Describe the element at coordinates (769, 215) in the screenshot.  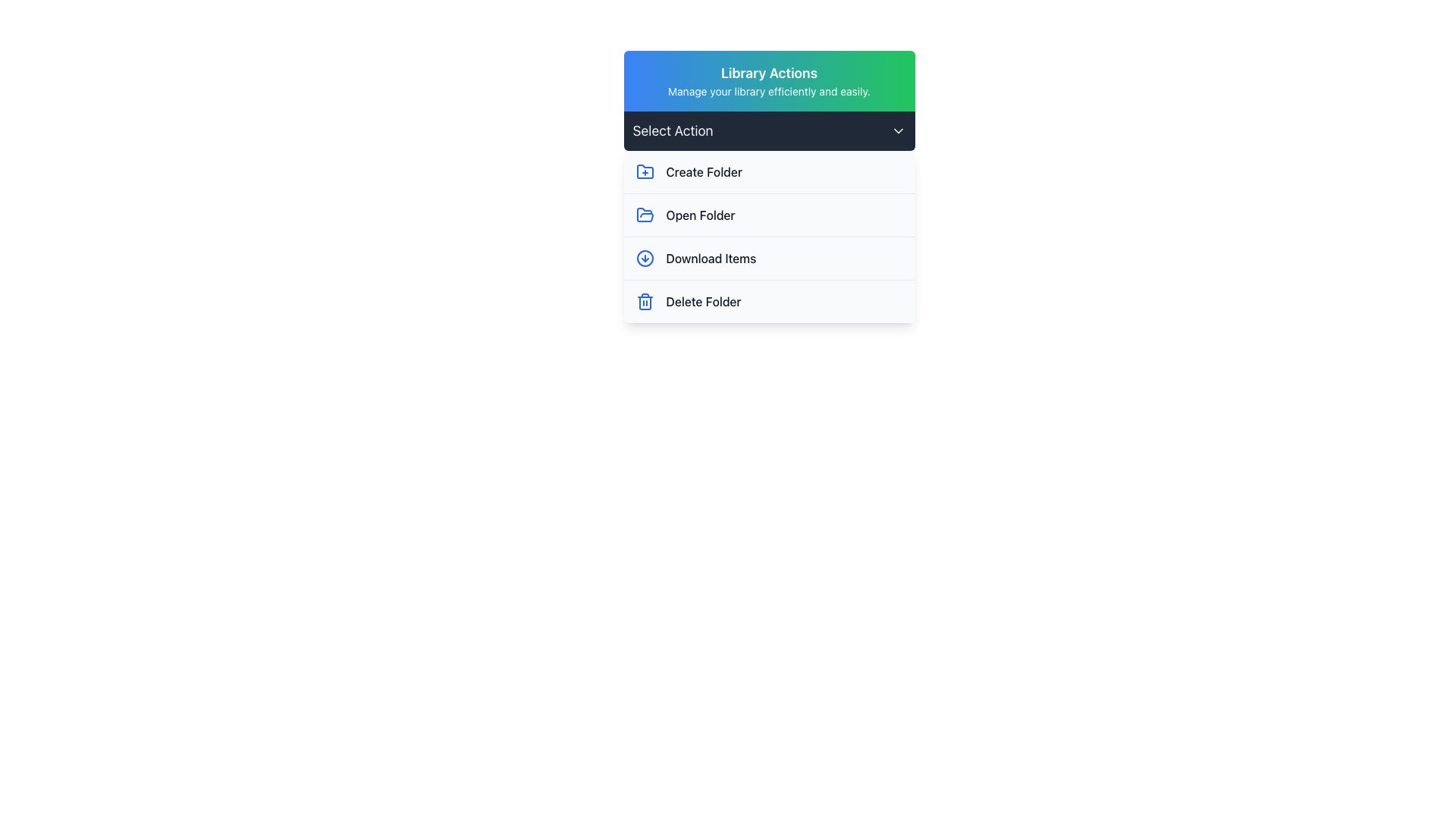
I see `the 'Open Folder' interactive menu option, which is the second item in the vertically stacked menu under the 'Library Actions' header` at that location.